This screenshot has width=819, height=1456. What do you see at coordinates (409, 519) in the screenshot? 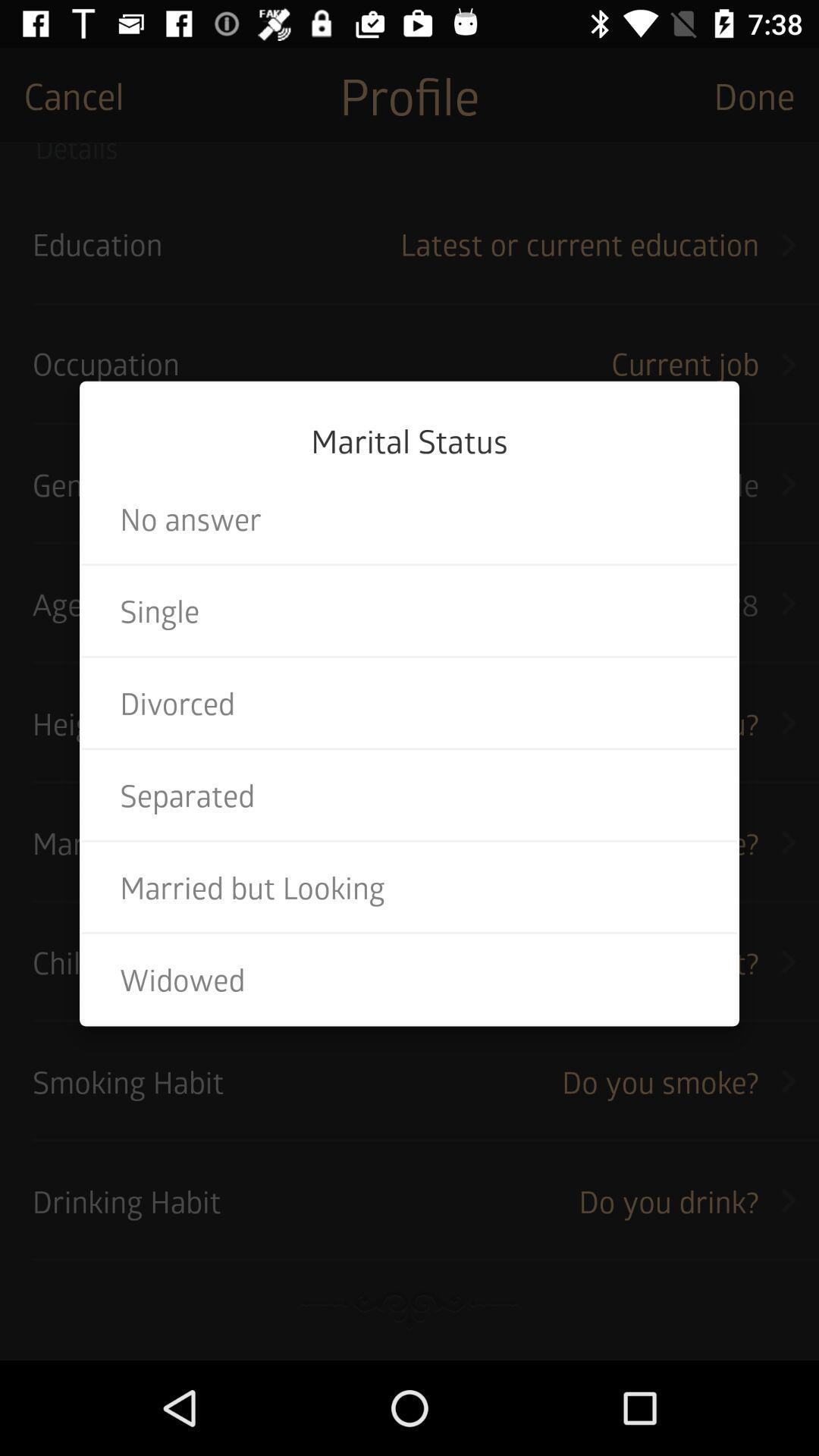
I see `no answer icon` at bounding box center [409, 519].